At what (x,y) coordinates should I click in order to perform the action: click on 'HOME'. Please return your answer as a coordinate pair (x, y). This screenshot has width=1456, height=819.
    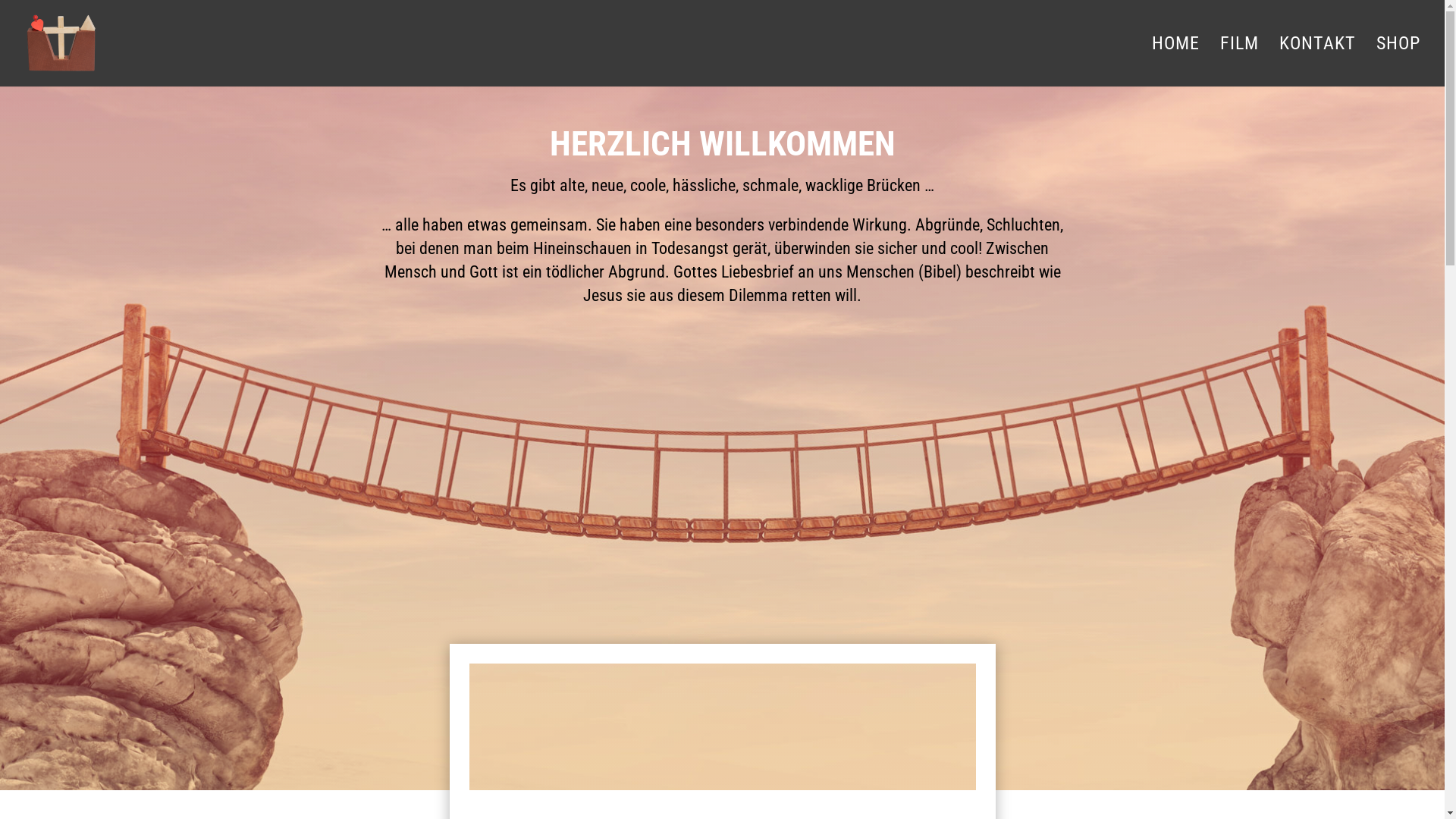
    Looking at the image, I should click on (1175, 61).